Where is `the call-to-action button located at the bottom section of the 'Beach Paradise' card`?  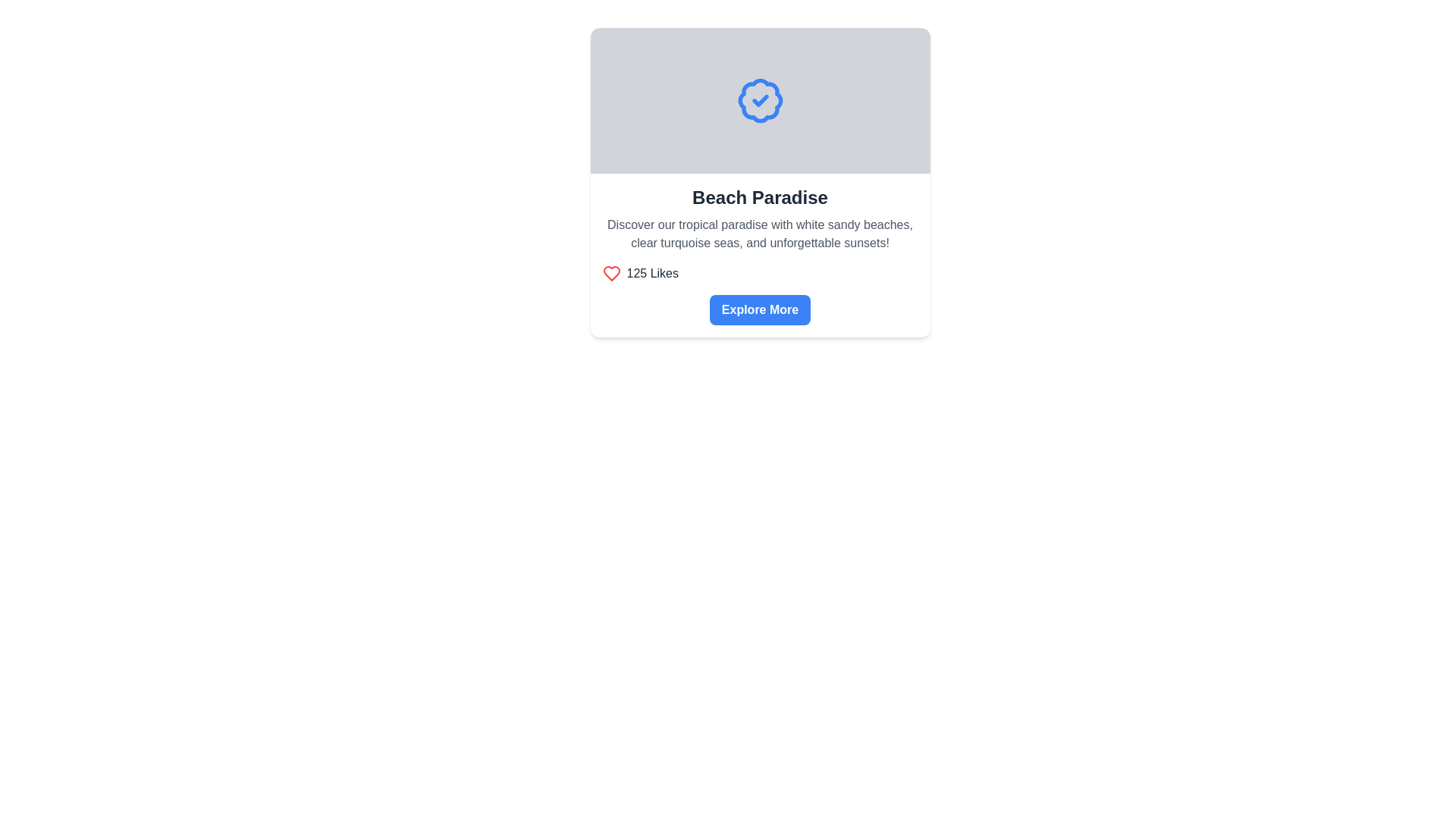
the call-to-action button located at the bottom section of the 'Beach Paradise' card is located at coordinates (760, 309).